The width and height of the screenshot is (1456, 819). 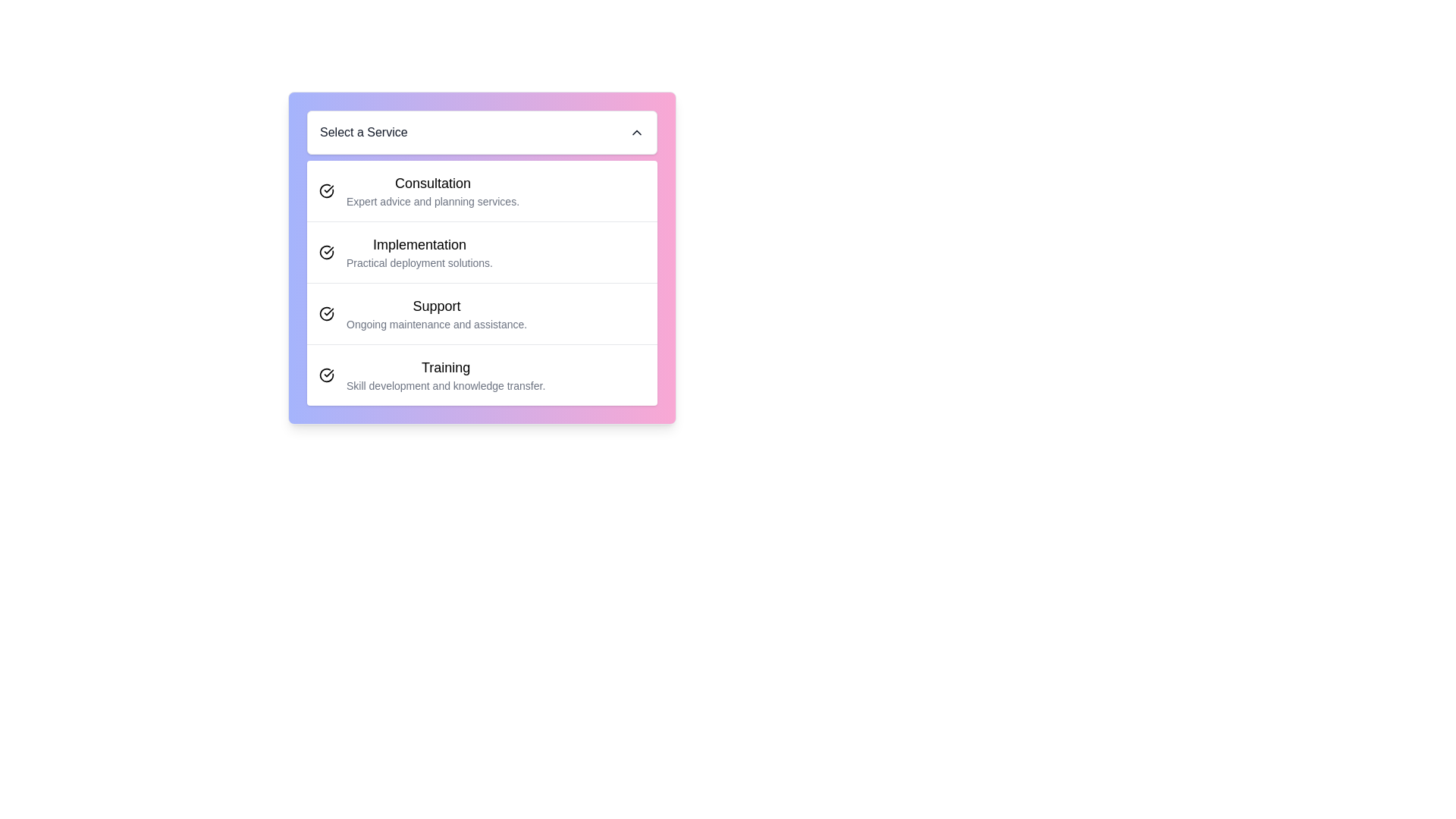 I want to click on to select the 'Consultation' service item, which is the first option in the list under the 'Select a Service' panel, so click(x=481, y=190).